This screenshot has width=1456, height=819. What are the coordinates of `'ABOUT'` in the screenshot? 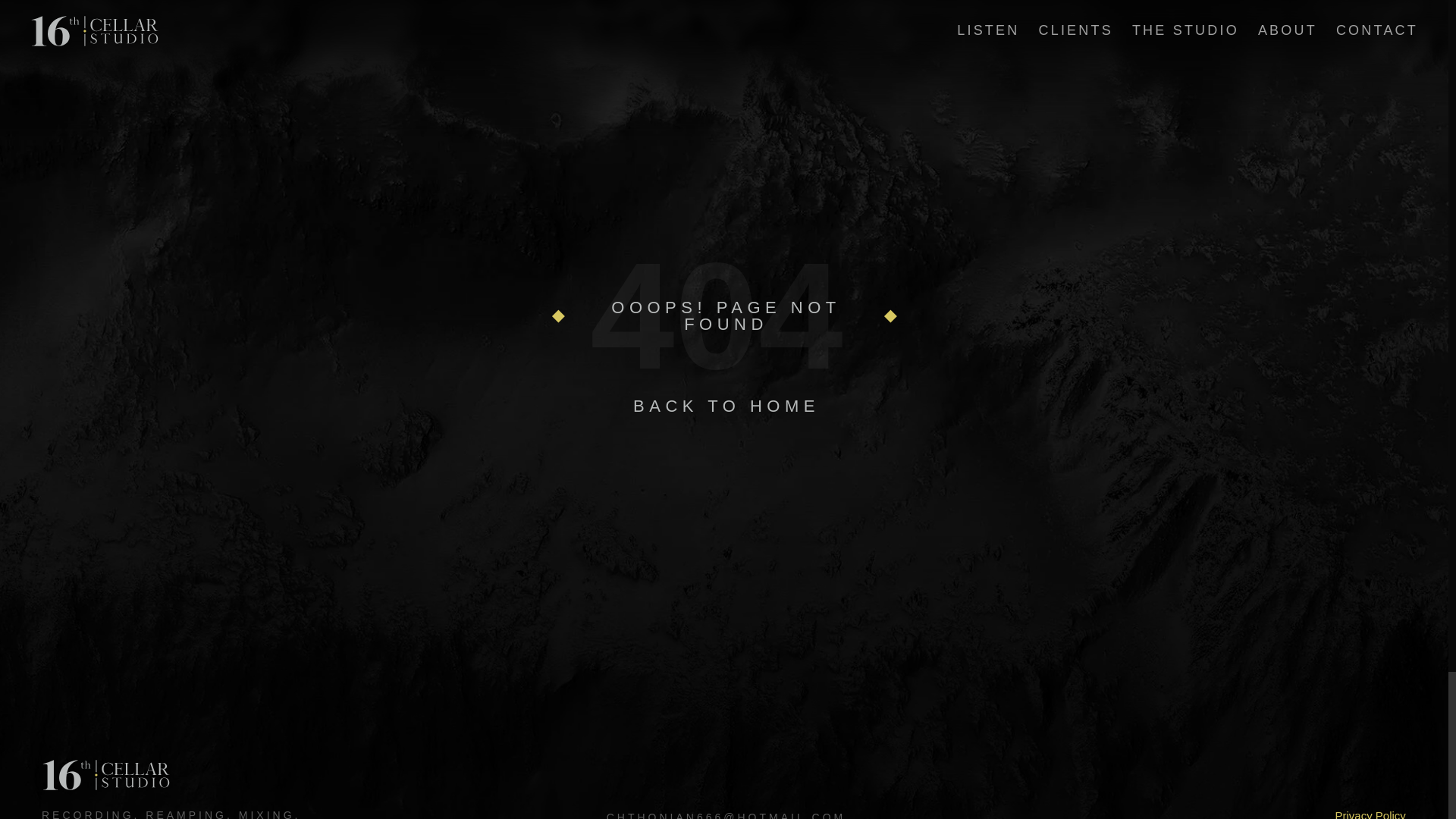 It's located at (1258, 30).